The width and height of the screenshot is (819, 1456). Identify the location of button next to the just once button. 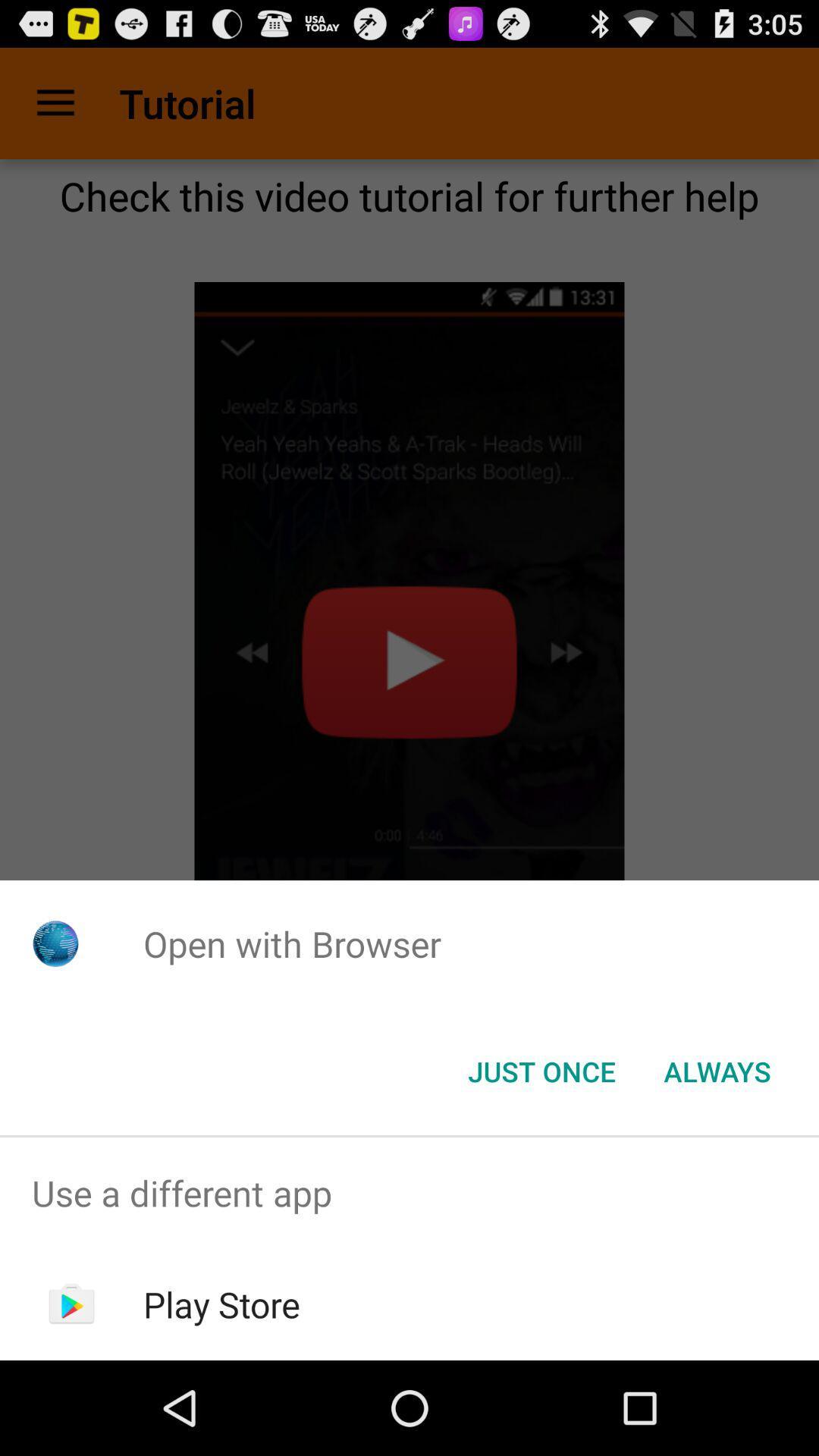
(717, 1070).